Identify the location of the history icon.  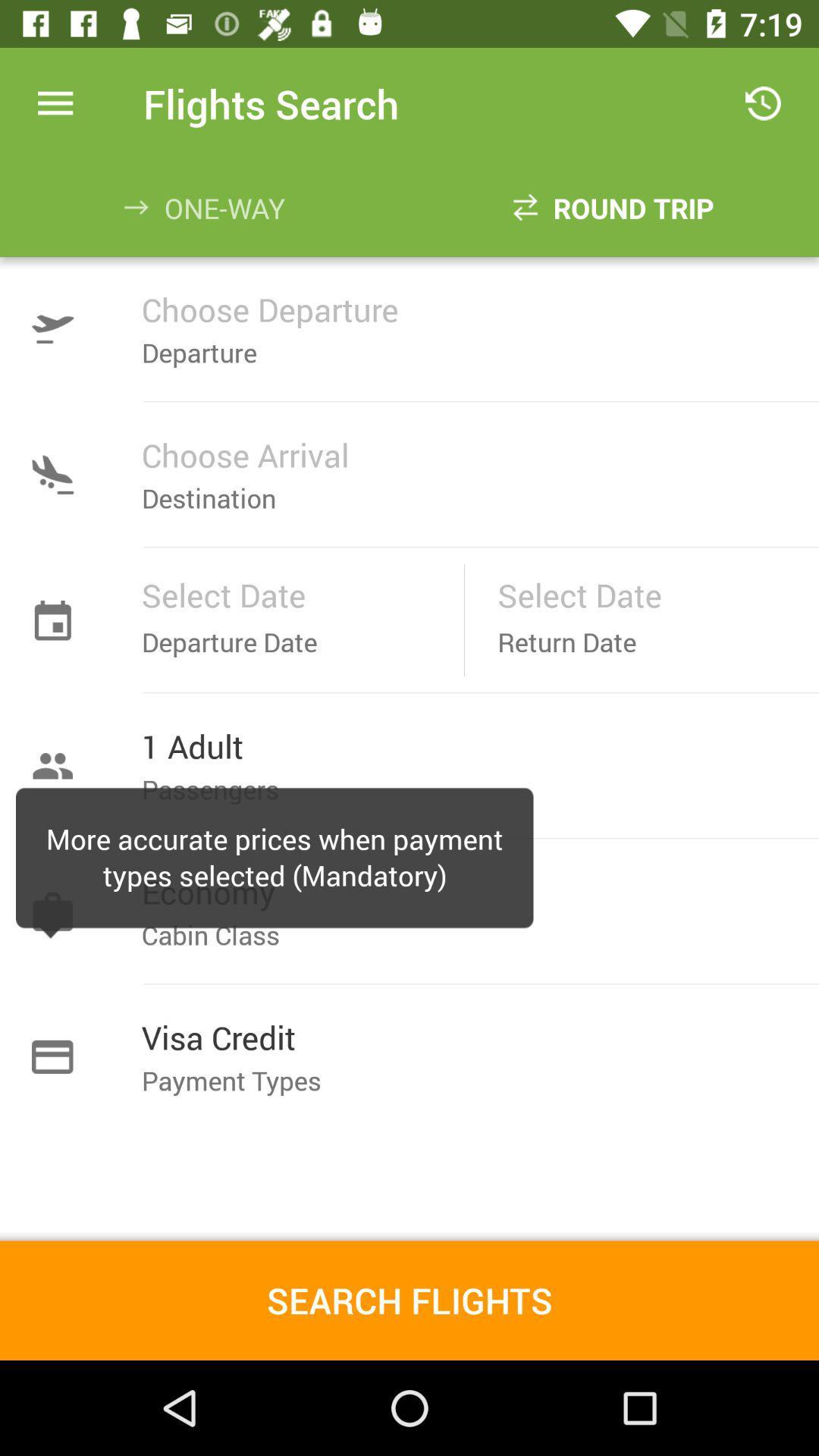
(763, 102).